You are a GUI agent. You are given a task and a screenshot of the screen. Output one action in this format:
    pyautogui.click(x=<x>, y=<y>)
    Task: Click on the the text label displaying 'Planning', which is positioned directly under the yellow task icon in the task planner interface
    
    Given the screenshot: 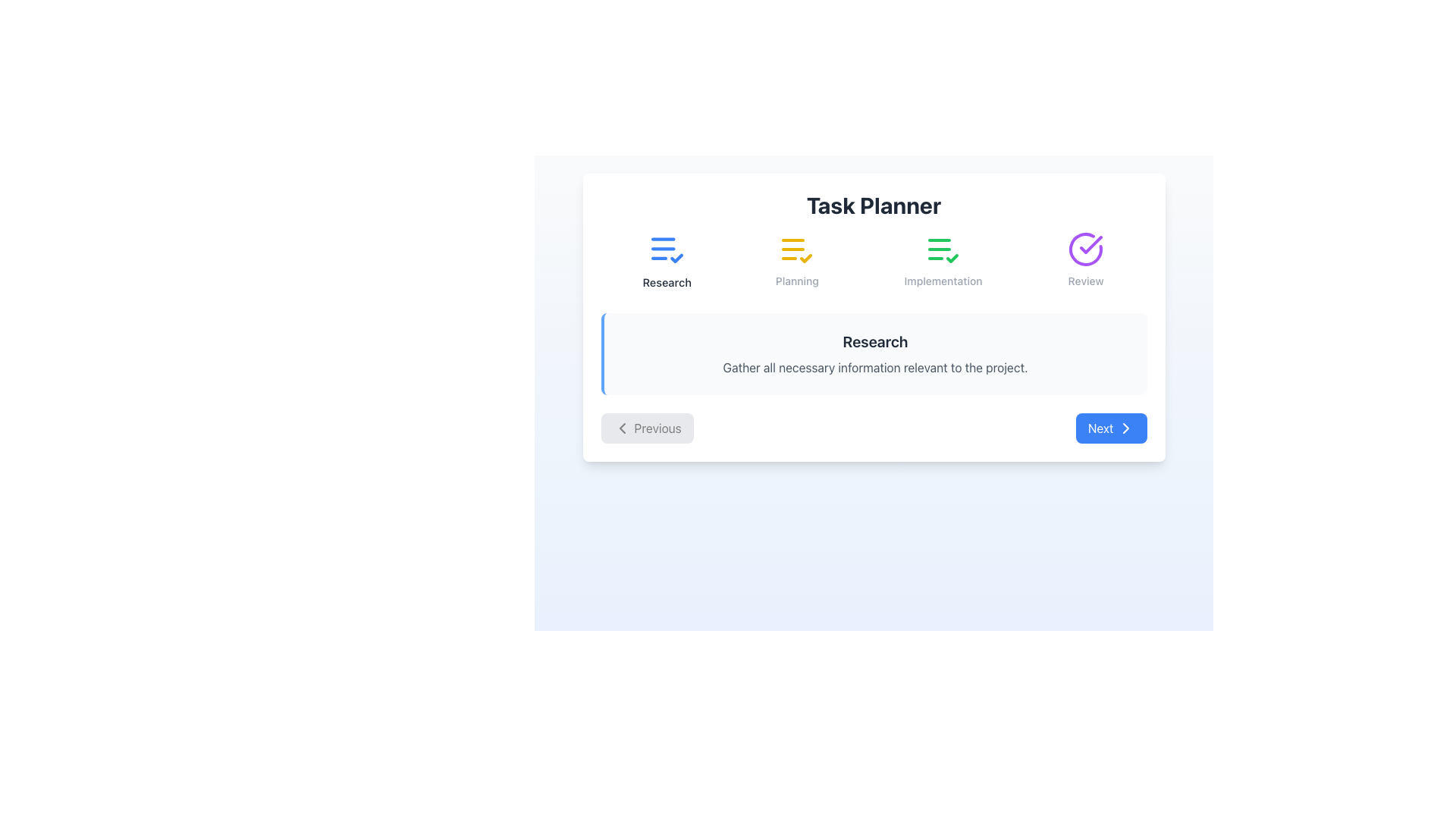 What is the action you would take?
    pyautogui.click(x=796, y=281)
    